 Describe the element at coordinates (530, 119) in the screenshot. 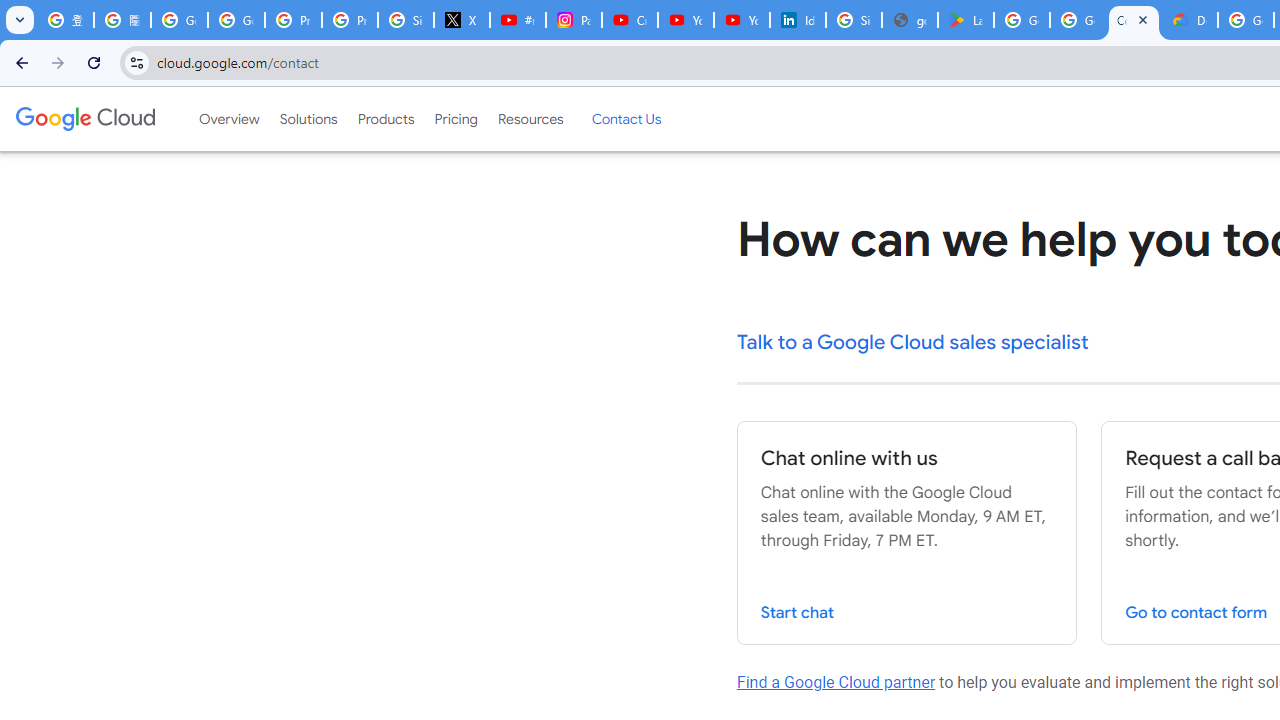

I see `'Resources'` at that location.